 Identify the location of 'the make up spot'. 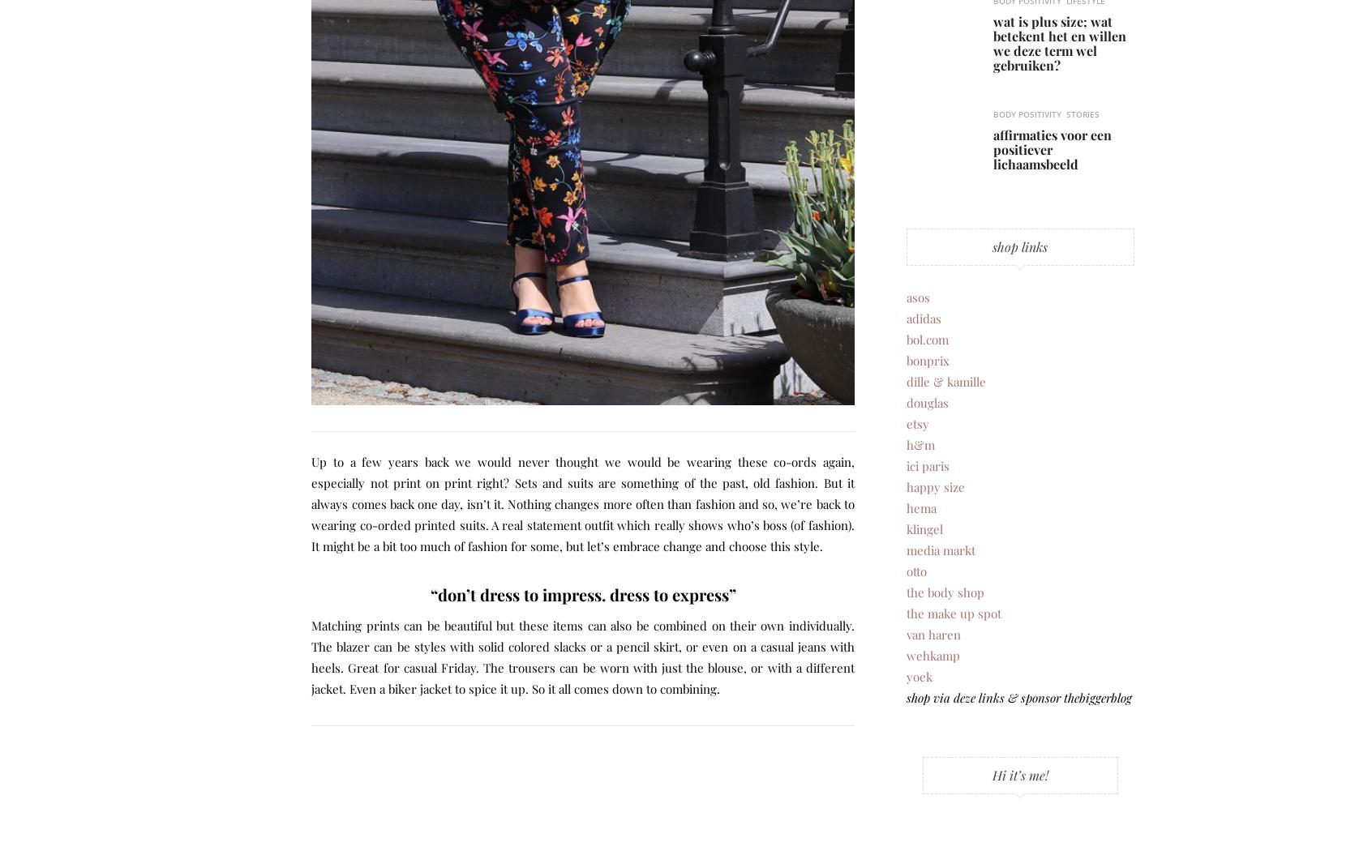
(906, 613).